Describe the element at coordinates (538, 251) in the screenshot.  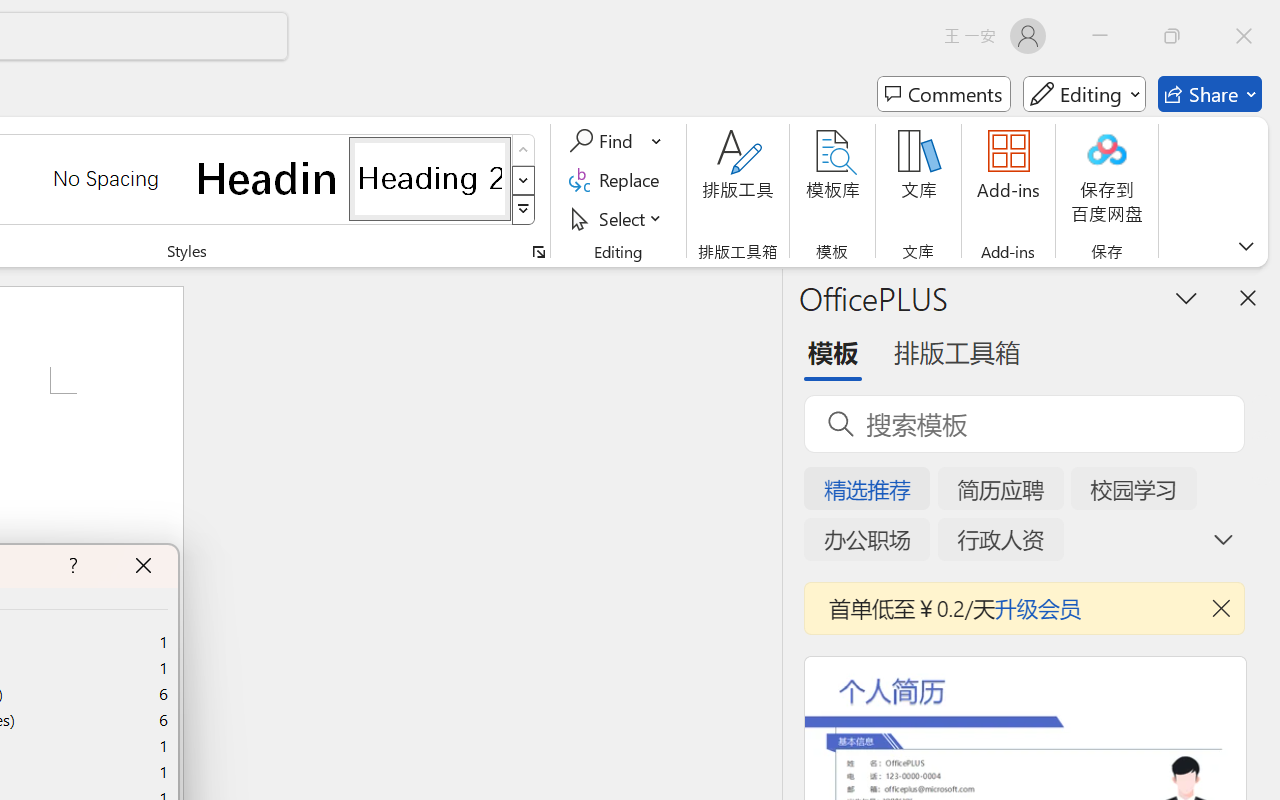
I see `'Styles...'` at that location.